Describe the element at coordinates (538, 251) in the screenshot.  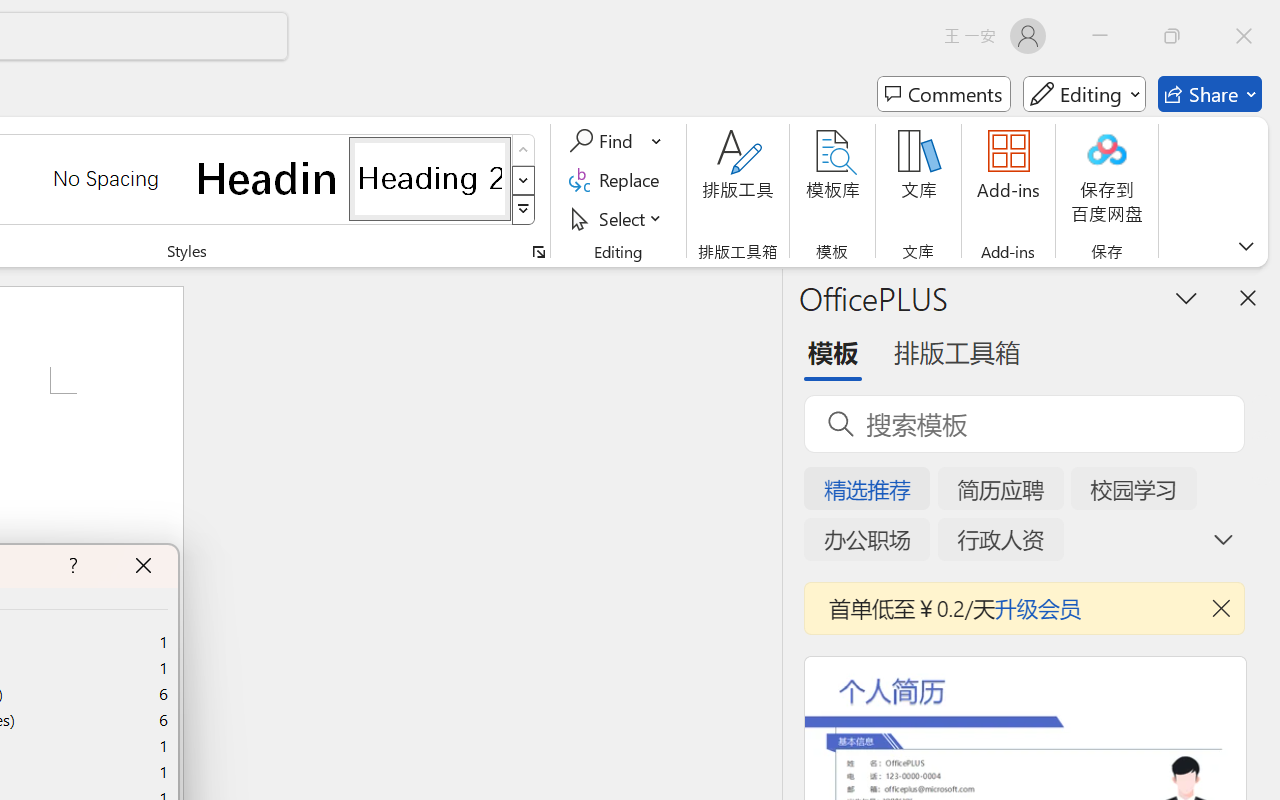
I see `'Styles...'` at that location.